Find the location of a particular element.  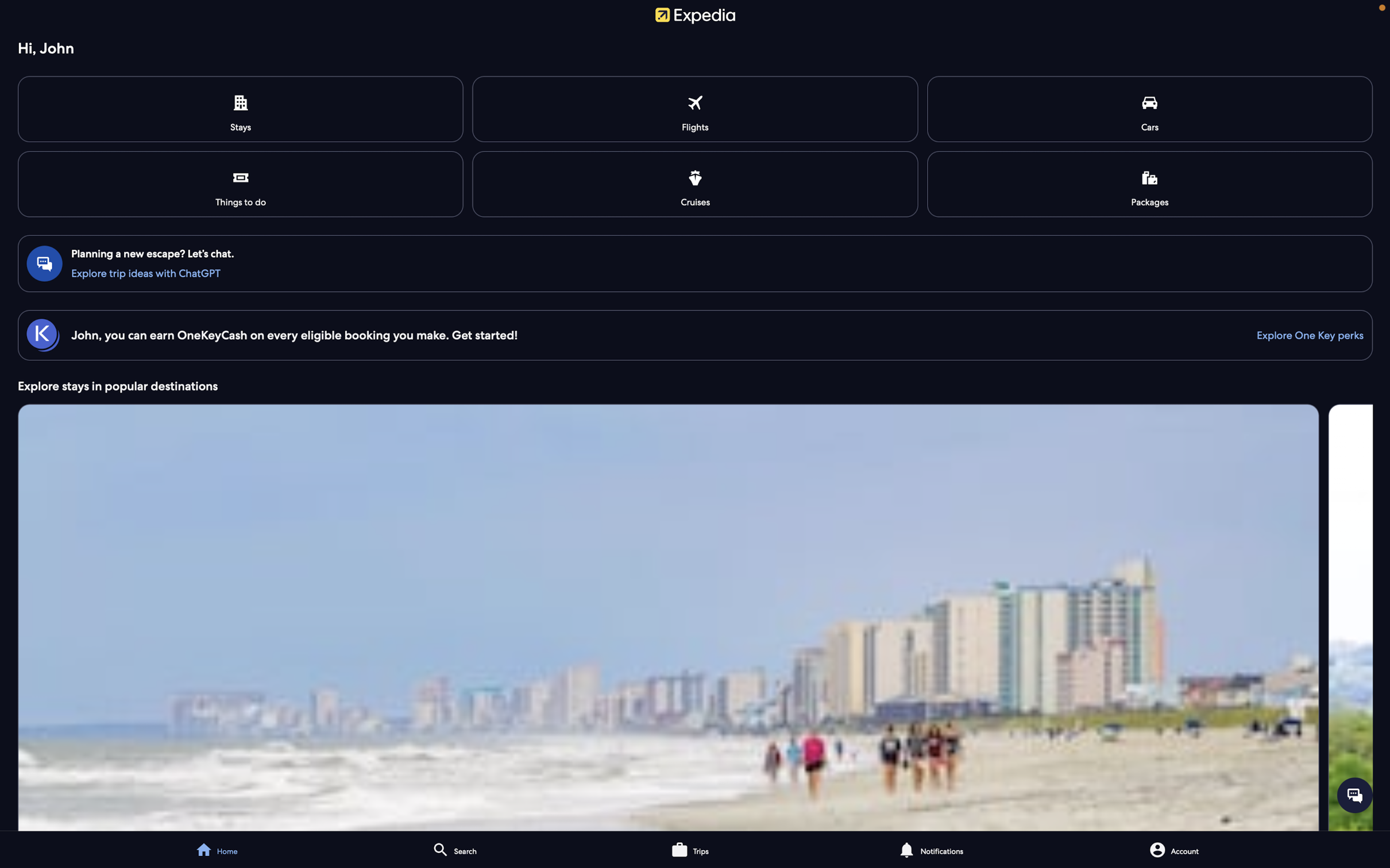

the main page is located at coordinates (225, 847).